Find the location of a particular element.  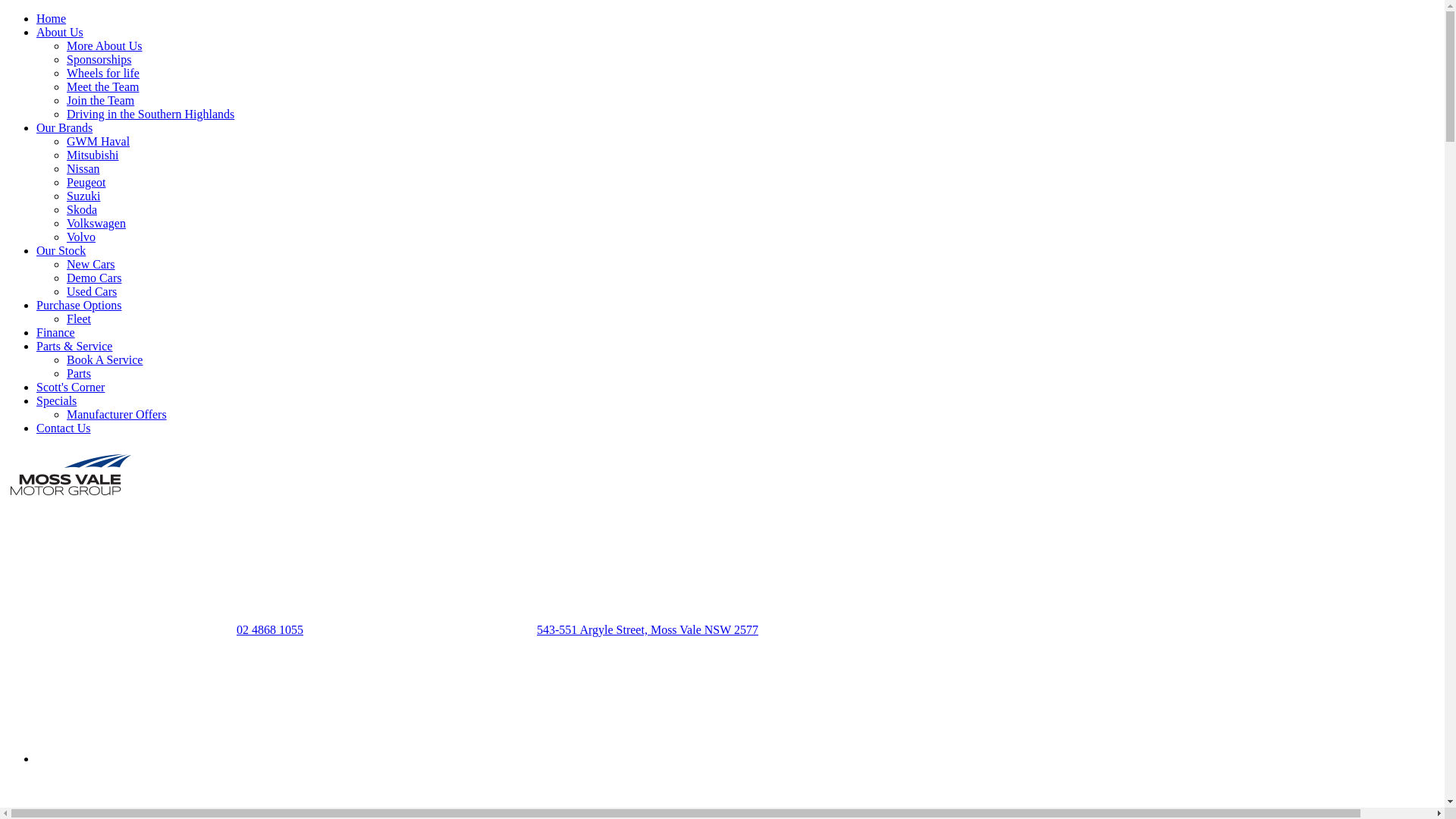

'02 4868 1055' is located at coordinates (236, 629).